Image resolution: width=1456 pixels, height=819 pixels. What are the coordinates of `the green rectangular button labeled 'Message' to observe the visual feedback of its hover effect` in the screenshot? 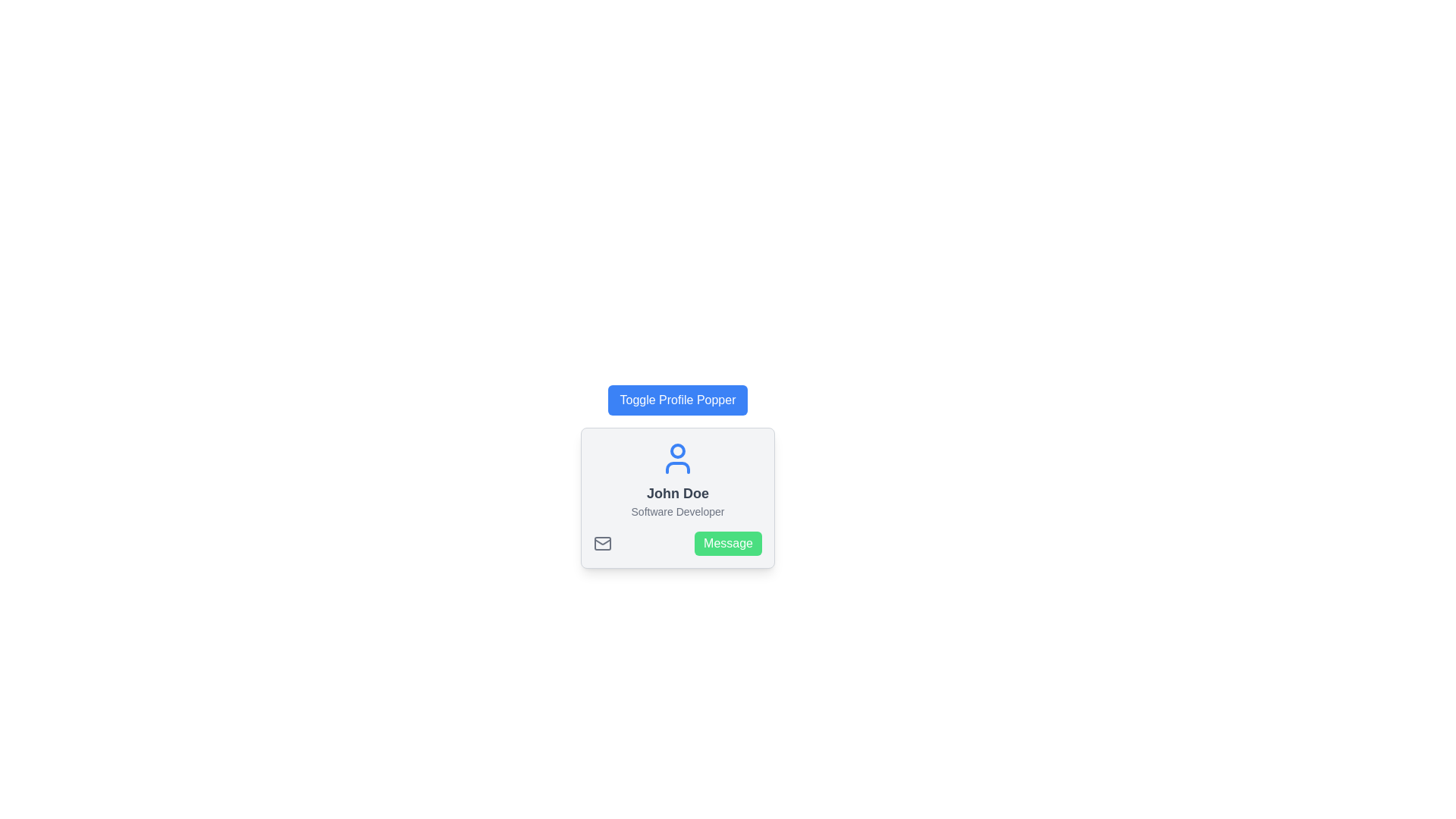 It's located at (728, 543).